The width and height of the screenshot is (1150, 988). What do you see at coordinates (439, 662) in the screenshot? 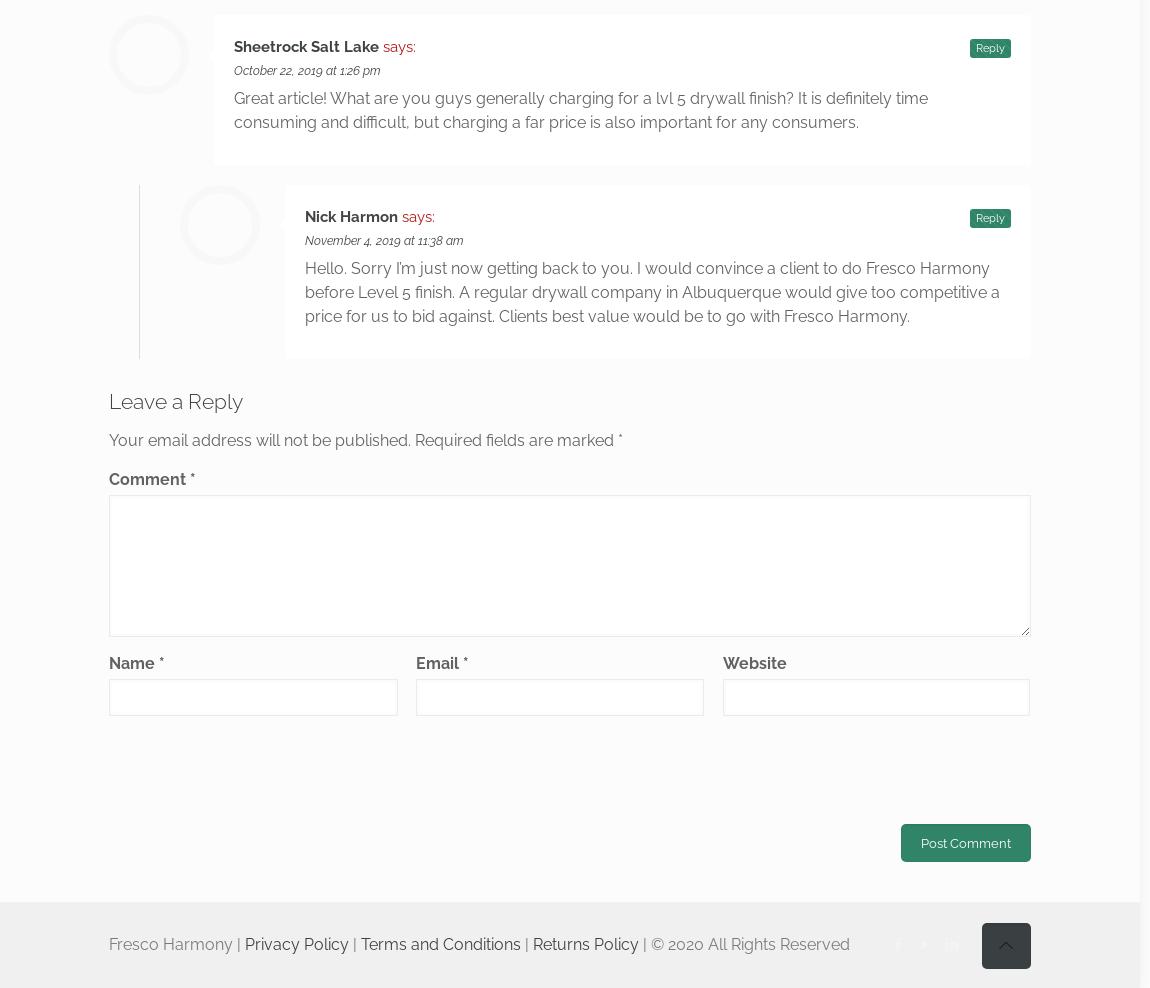
I see `'Email'` at bounding box center [439, 662].